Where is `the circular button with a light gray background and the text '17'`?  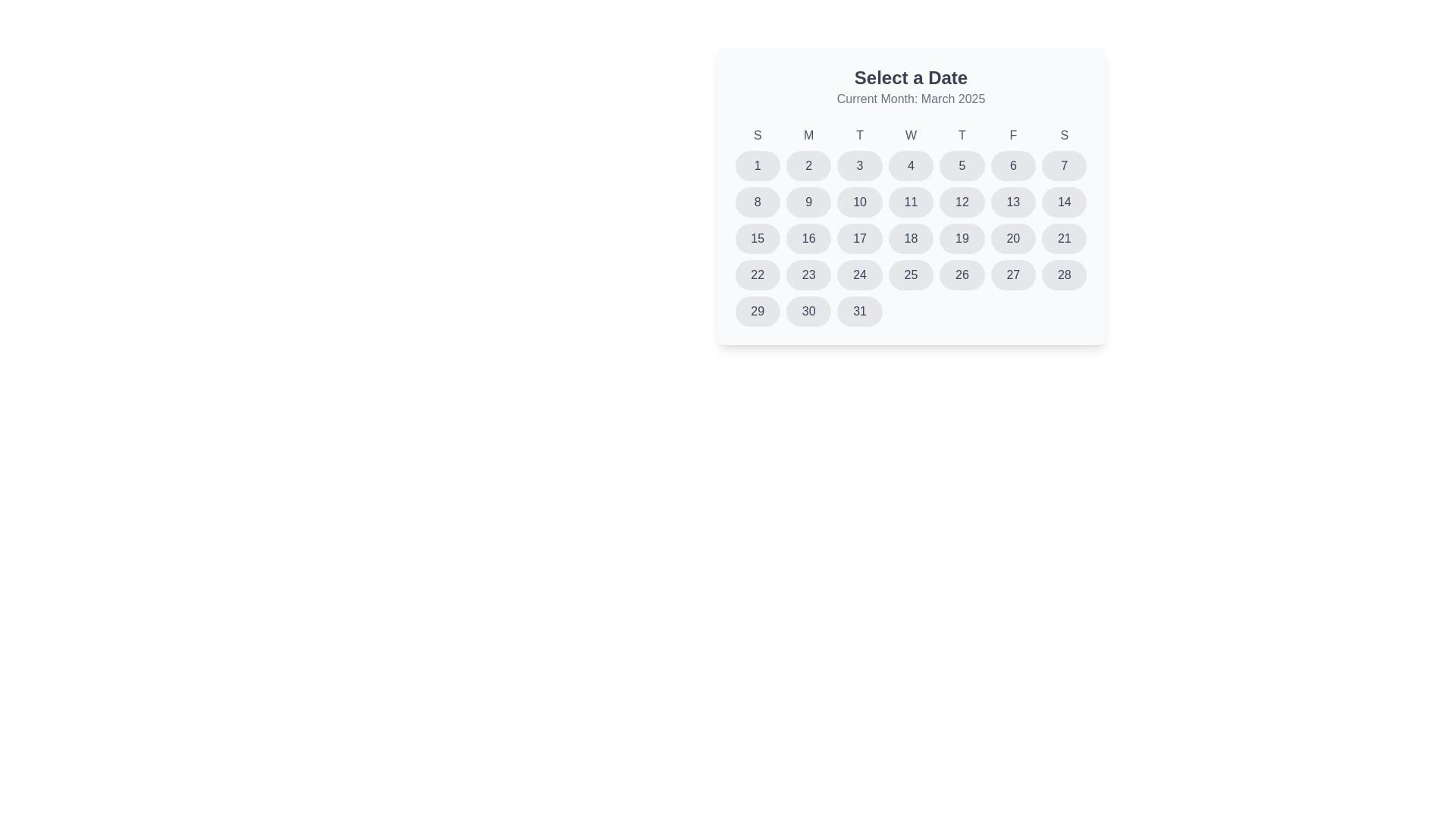
the circular button with a light gray background and the text '17' is located at coordinates (860, 239).